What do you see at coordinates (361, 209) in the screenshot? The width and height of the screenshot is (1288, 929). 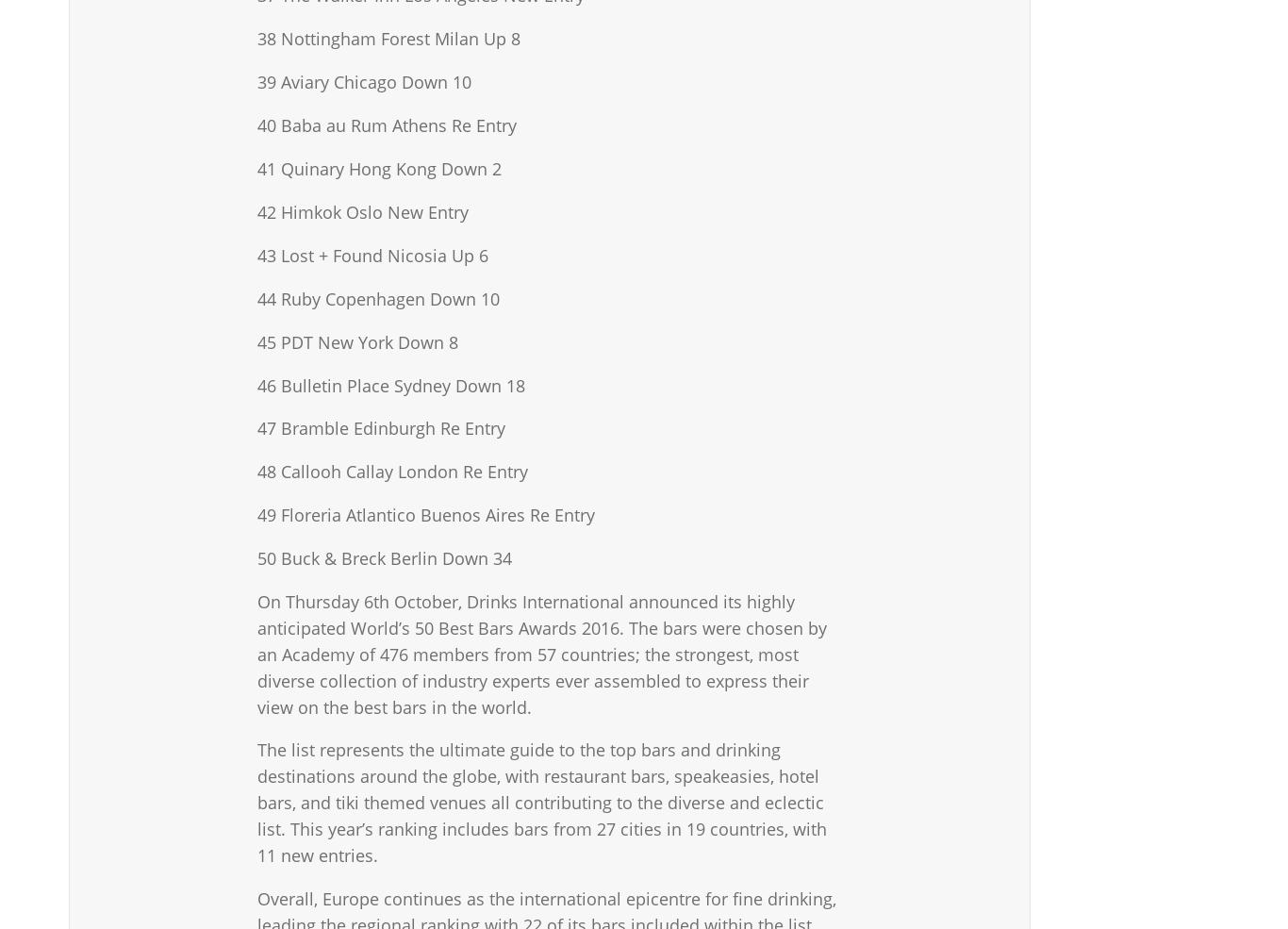 I see `'42	Himkok	Oslo	New Entry'` at bounding box center [361, 209].